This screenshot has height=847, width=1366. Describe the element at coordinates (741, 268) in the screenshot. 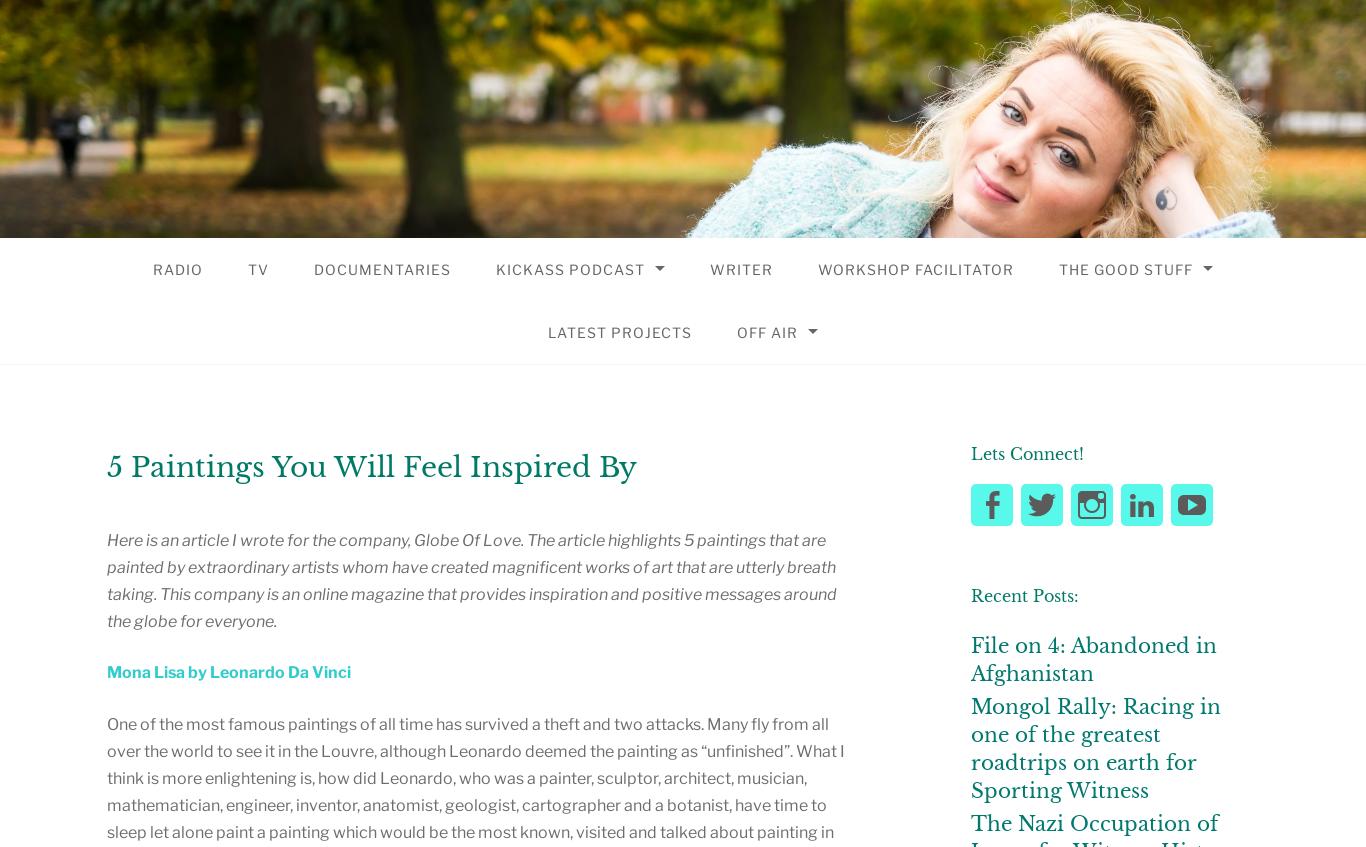

I see `'Writer'` at that location.